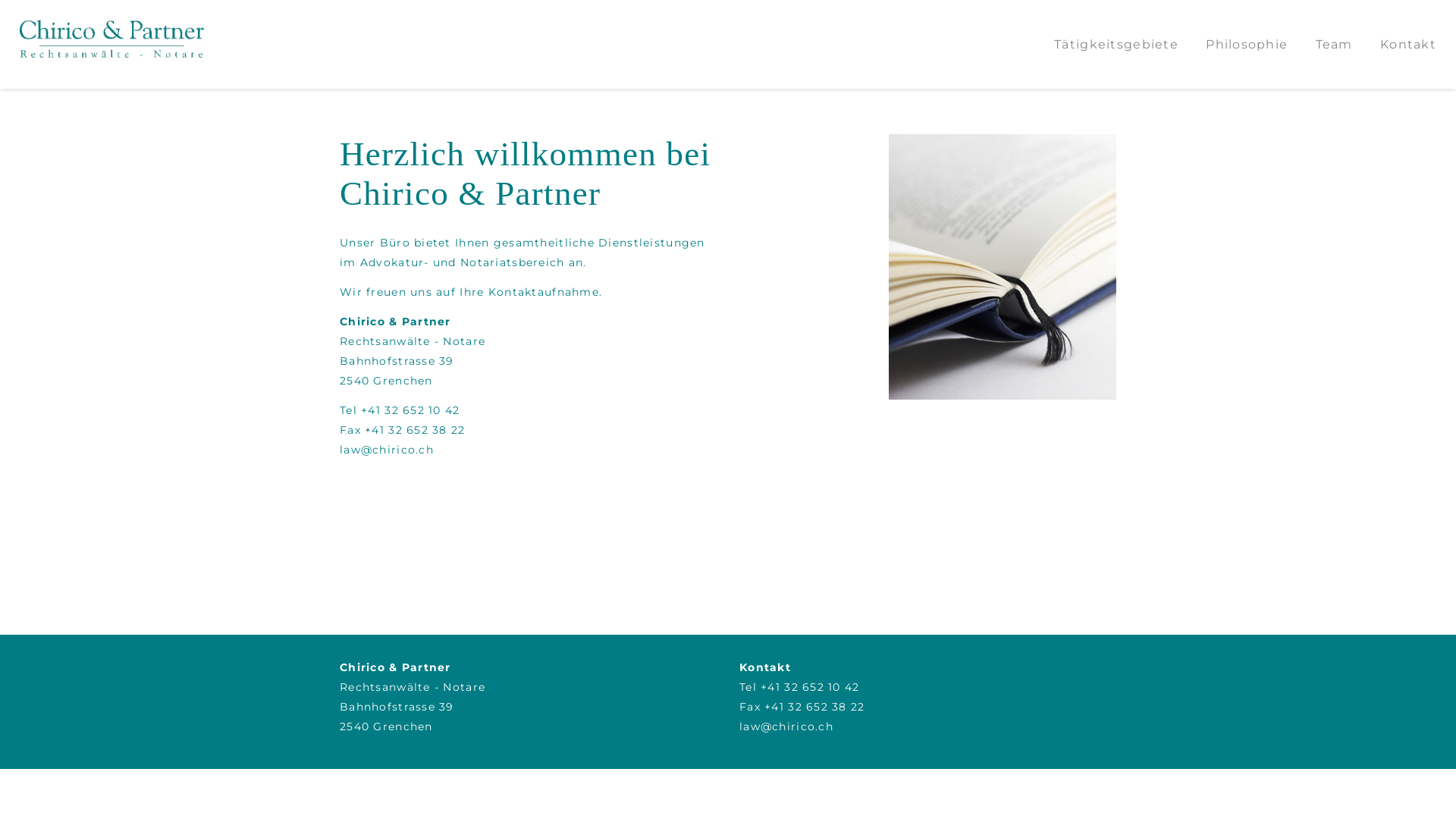 The height and width of the screenshot is (819, 1456). What do you see at coordinates (386, 449) in the screenshot?
I see `'law@chirico.ch'` at bounding box center [386, 449].